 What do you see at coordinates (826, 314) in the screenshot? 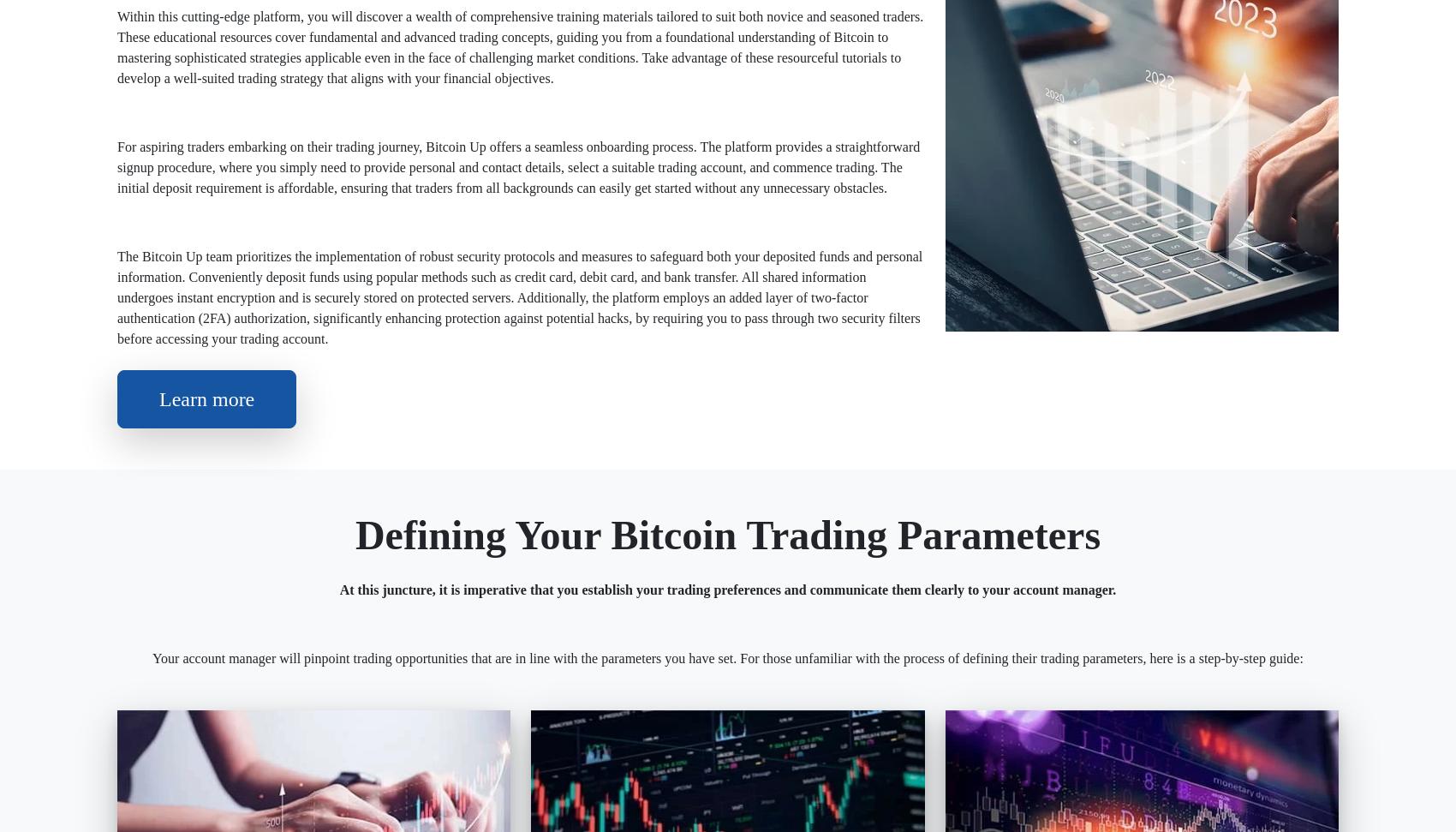
I see `'PayPal, Skrill, Neteller, UnionPay, Webmoney, Yandex, Visa, Mastercard, AMEX, Diners Club'` at bounding box center [826, 314].